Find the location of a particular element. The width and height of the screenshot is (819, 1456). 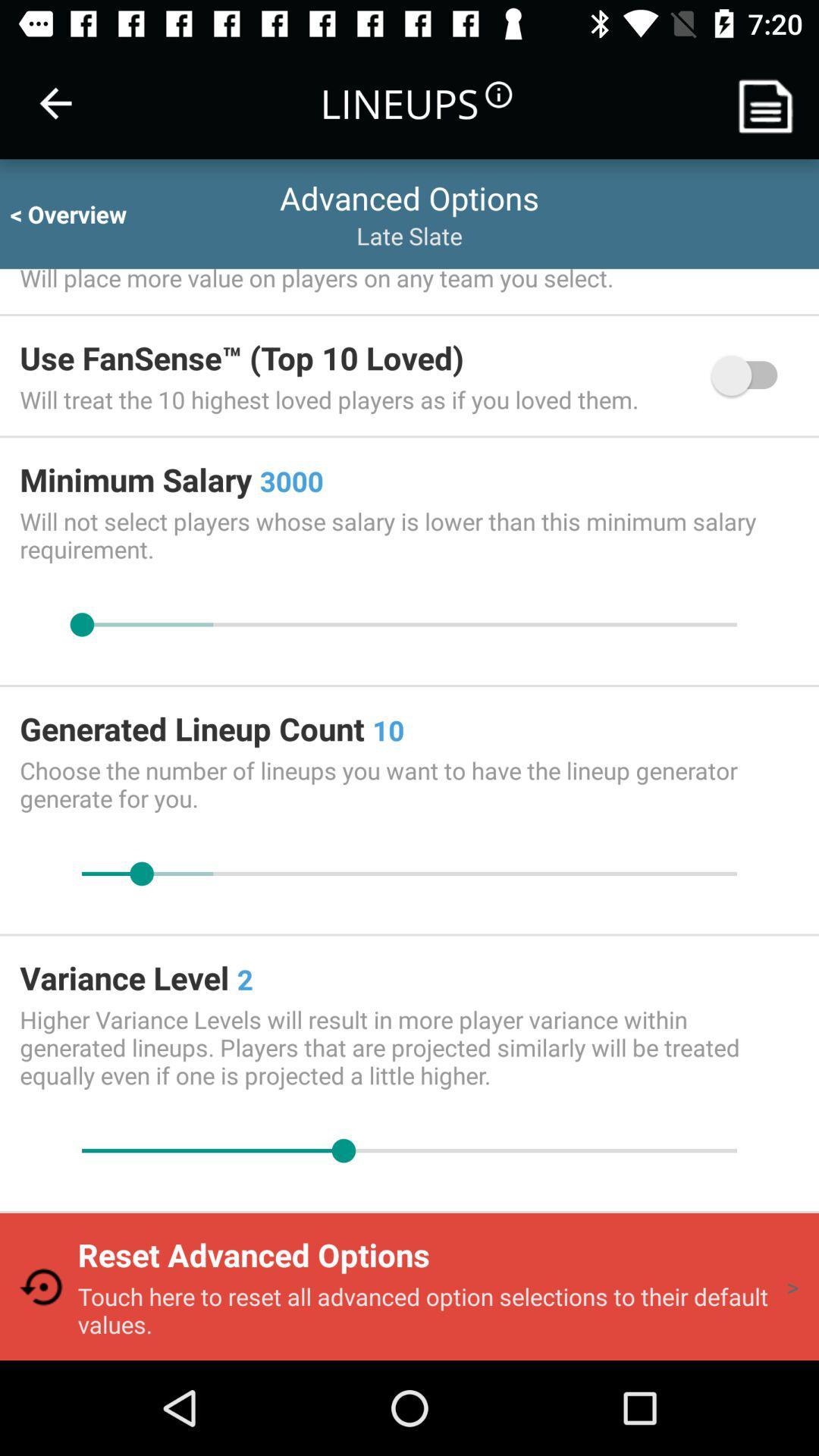

fansense option is located at coordinates (752, 375).